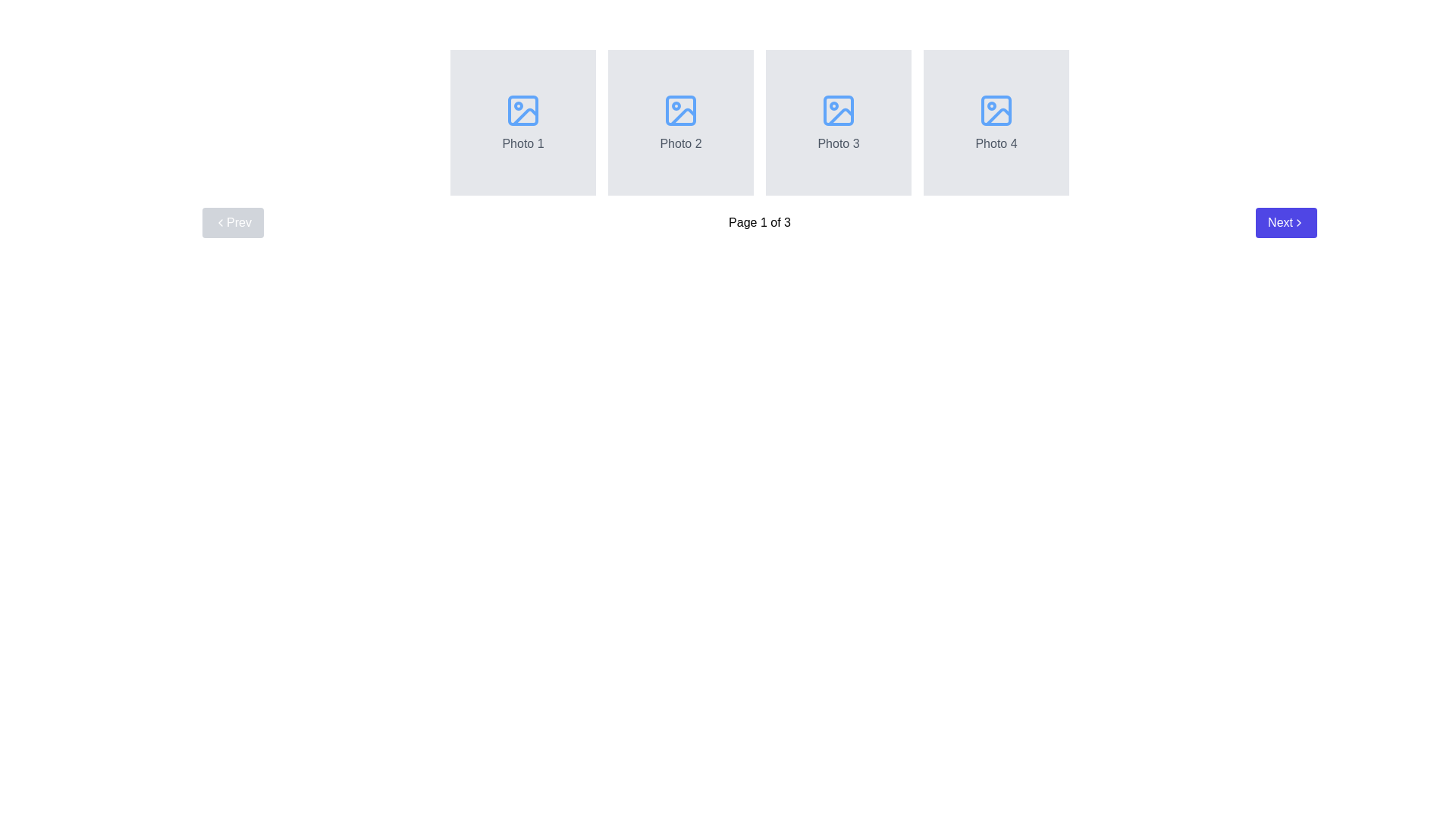  What do you see at coordinates (232, 222) in the screenshot?
I see `the 'Prev' button which is styled with rounded corners, labeled in white text on a gray background, and has a left-pointing arrow icon` at bounding box center [232, 222].